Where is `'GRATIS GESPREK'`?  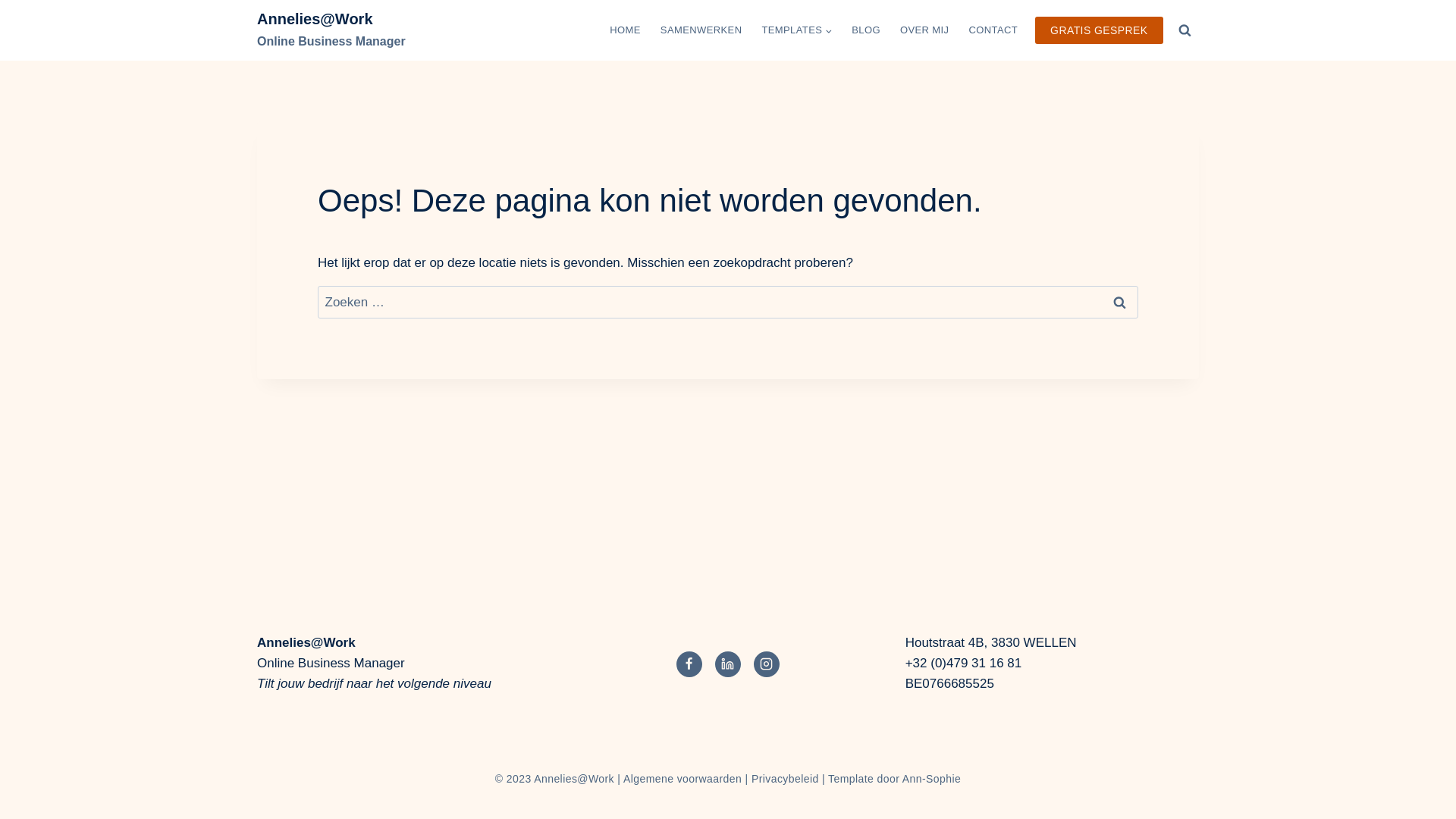 'GRATIS GESPREK' is located at coordinates (1099, 30).